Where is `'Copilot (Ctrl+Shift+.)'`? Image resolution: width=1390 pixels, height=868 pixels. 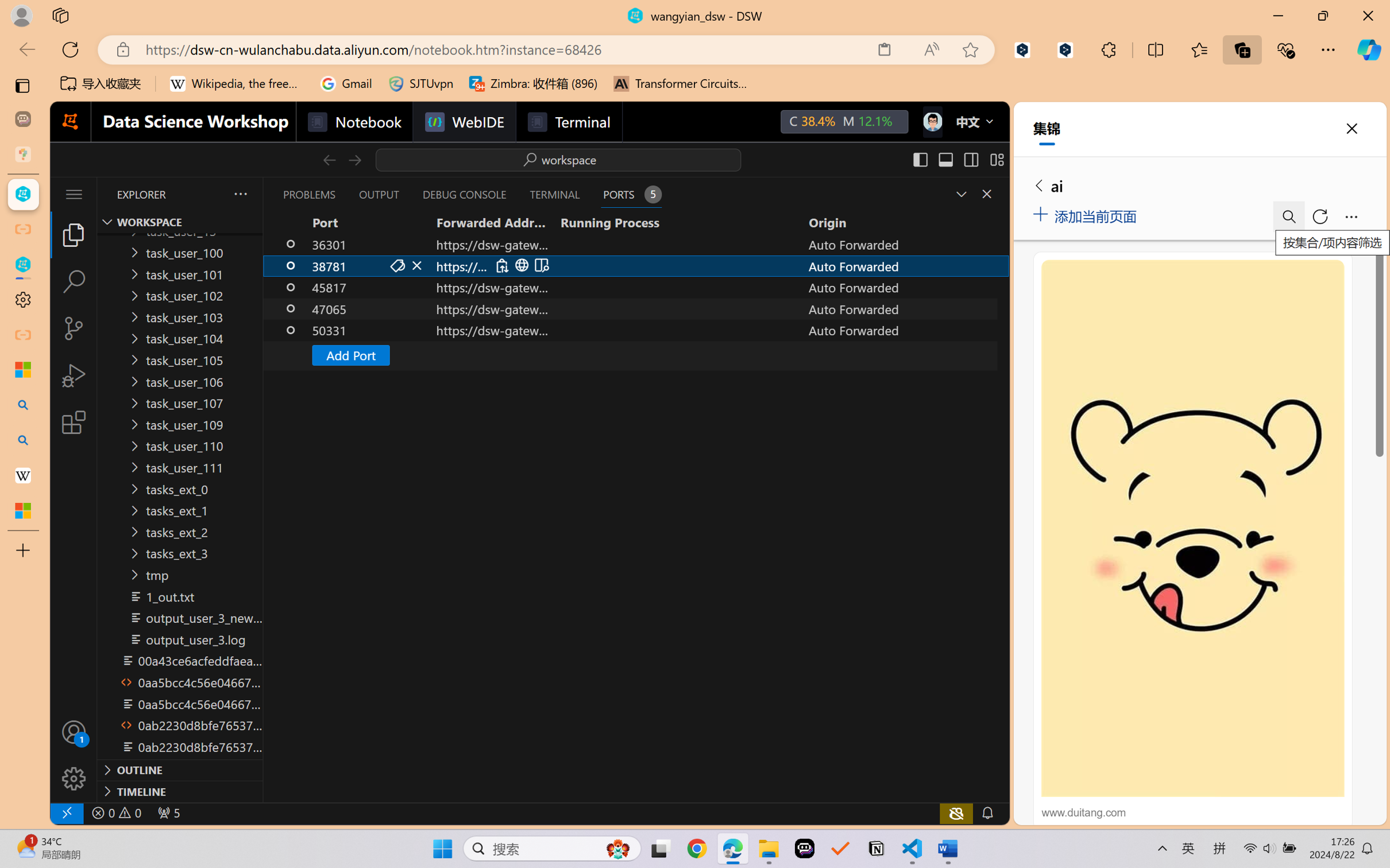 'Copilot (Ctrl+Shift+.)' is located at coordinates (1369, 49).